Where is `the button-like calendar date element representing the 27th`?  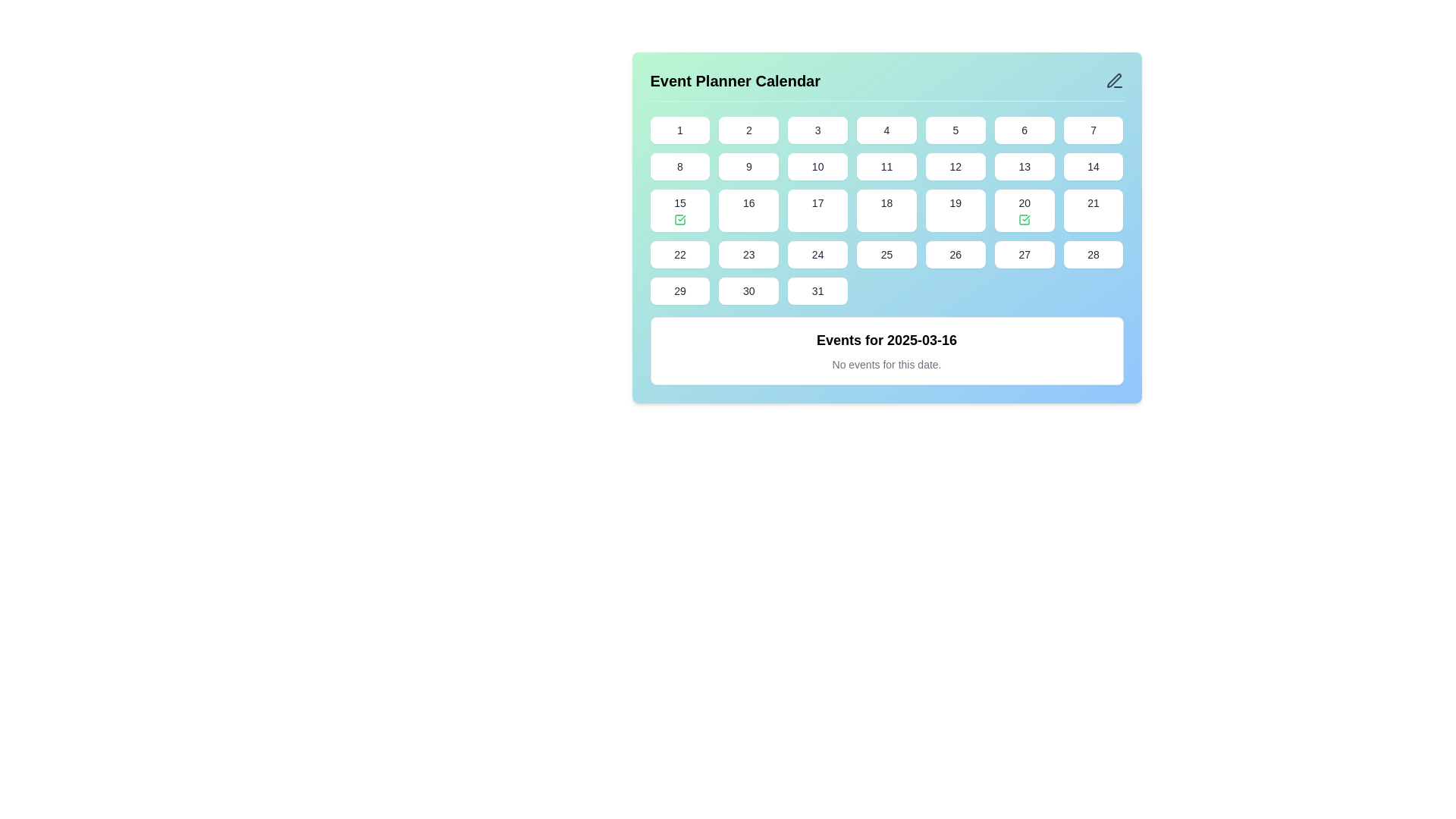
the button-like calendar date element representing the 27th is located at coordinates (1025, 253).